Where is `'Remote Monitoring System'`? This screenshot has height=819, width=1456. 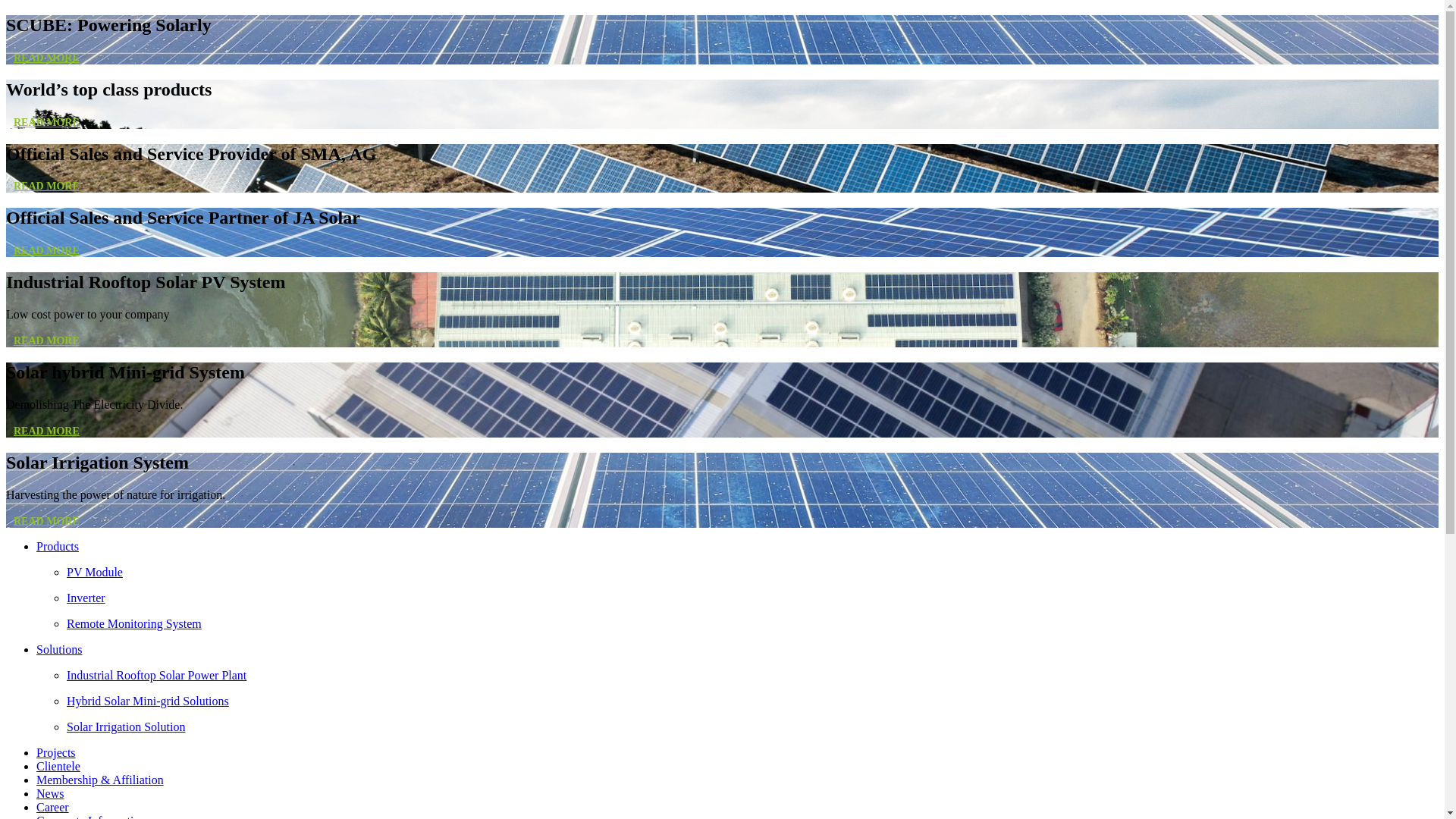 'Remote Monitoring System' is located at coordinates (752, 623).